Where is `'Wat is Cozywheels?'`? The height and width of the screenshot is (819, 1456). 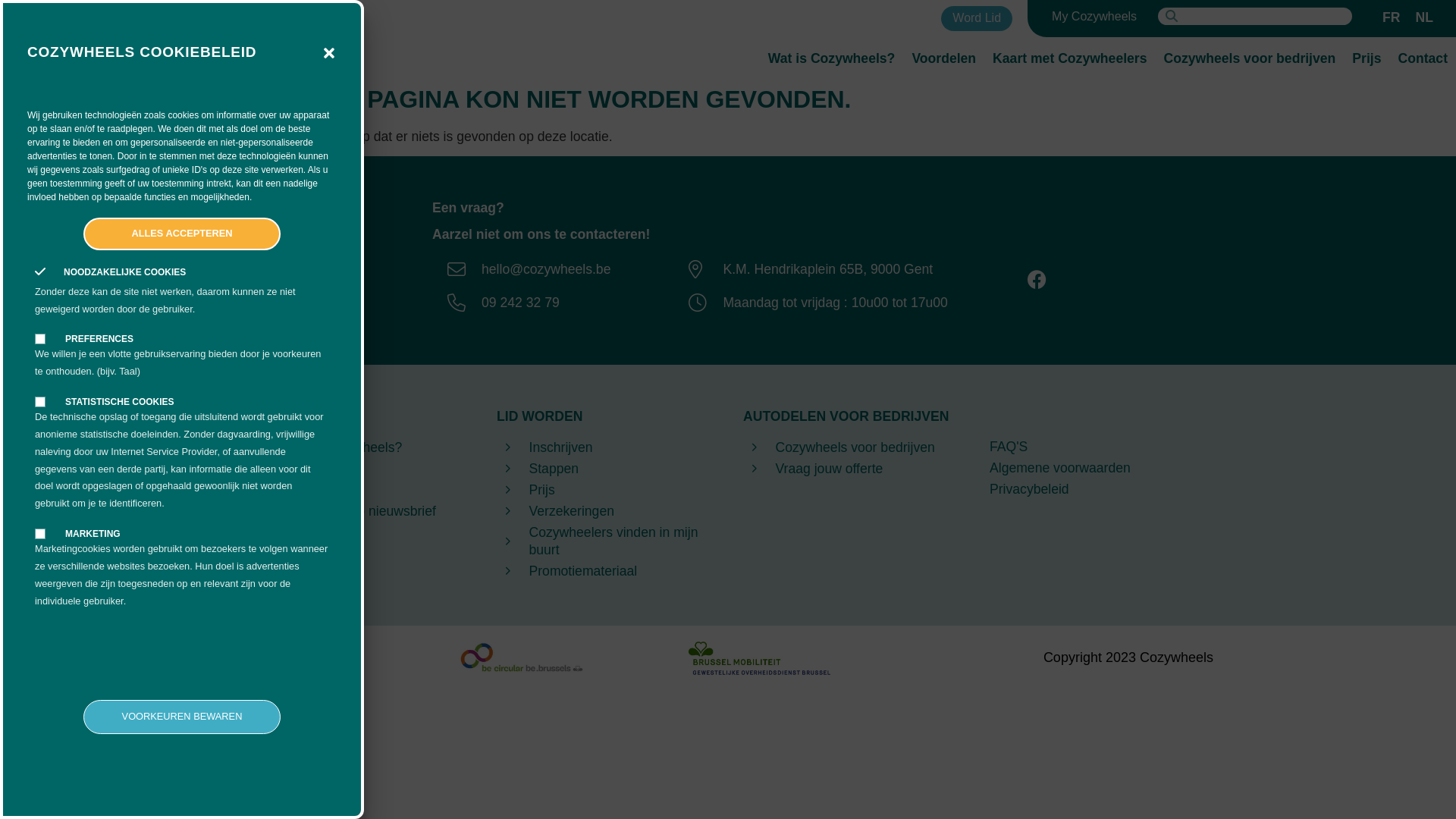
'Wat is Cozywheels?' is located at coordinates (831, 58).